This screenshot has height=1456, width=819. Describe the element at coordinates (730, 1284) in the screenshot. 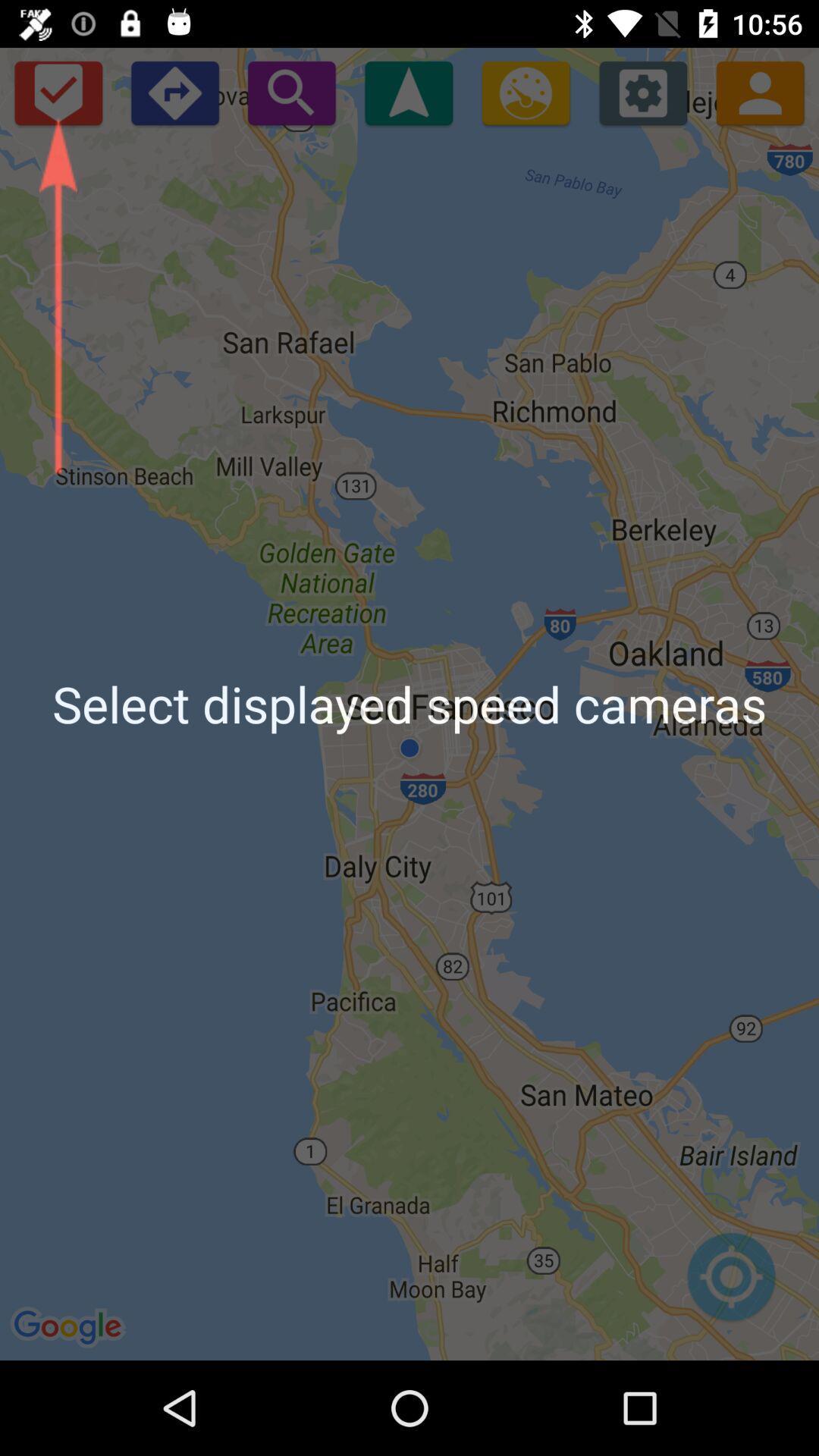

I see `the item at the bottom right corner` at that location.